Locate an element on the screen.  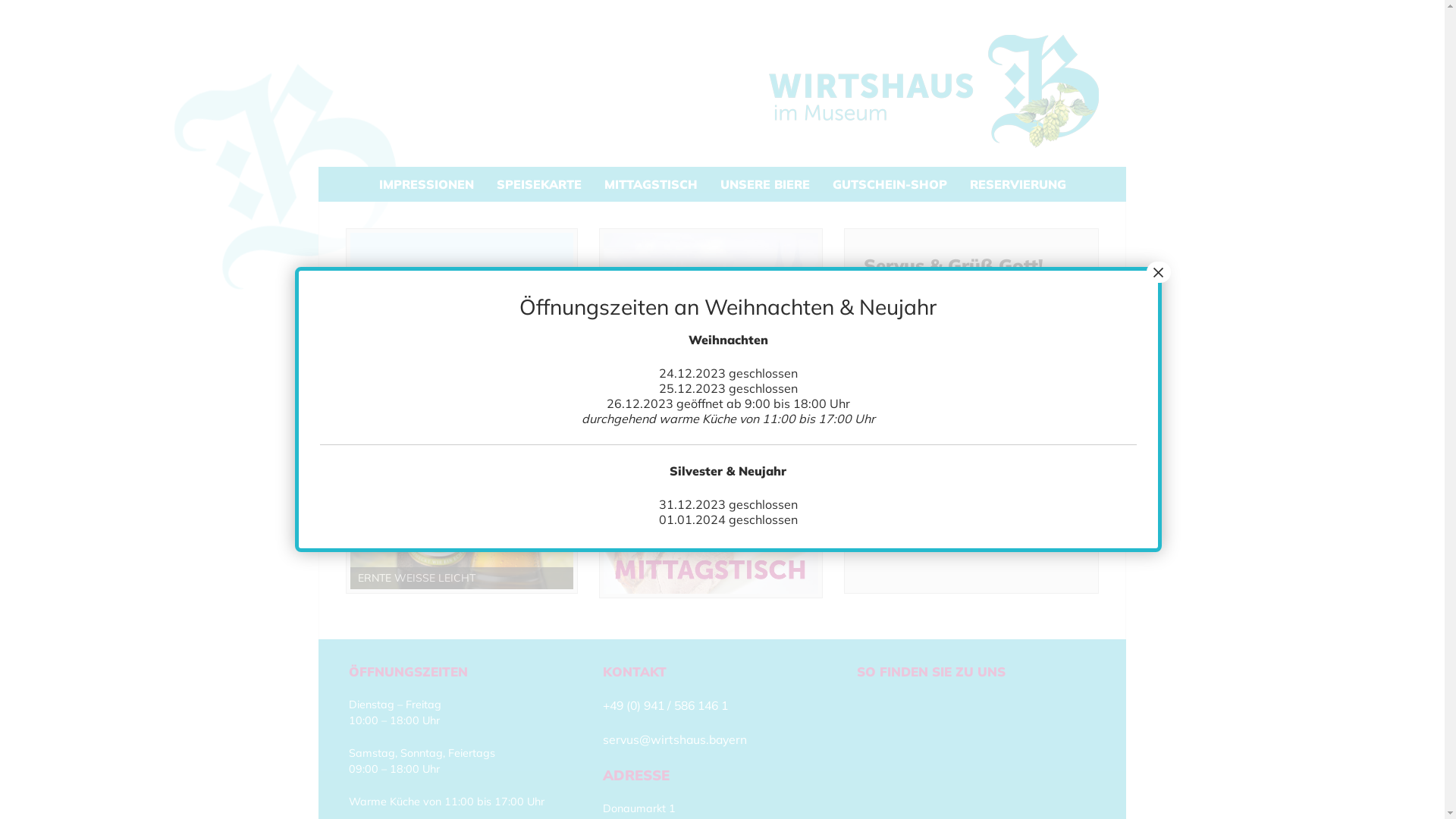
'servus@wirtshaus.bayern' is located at coordinates (673, 739).